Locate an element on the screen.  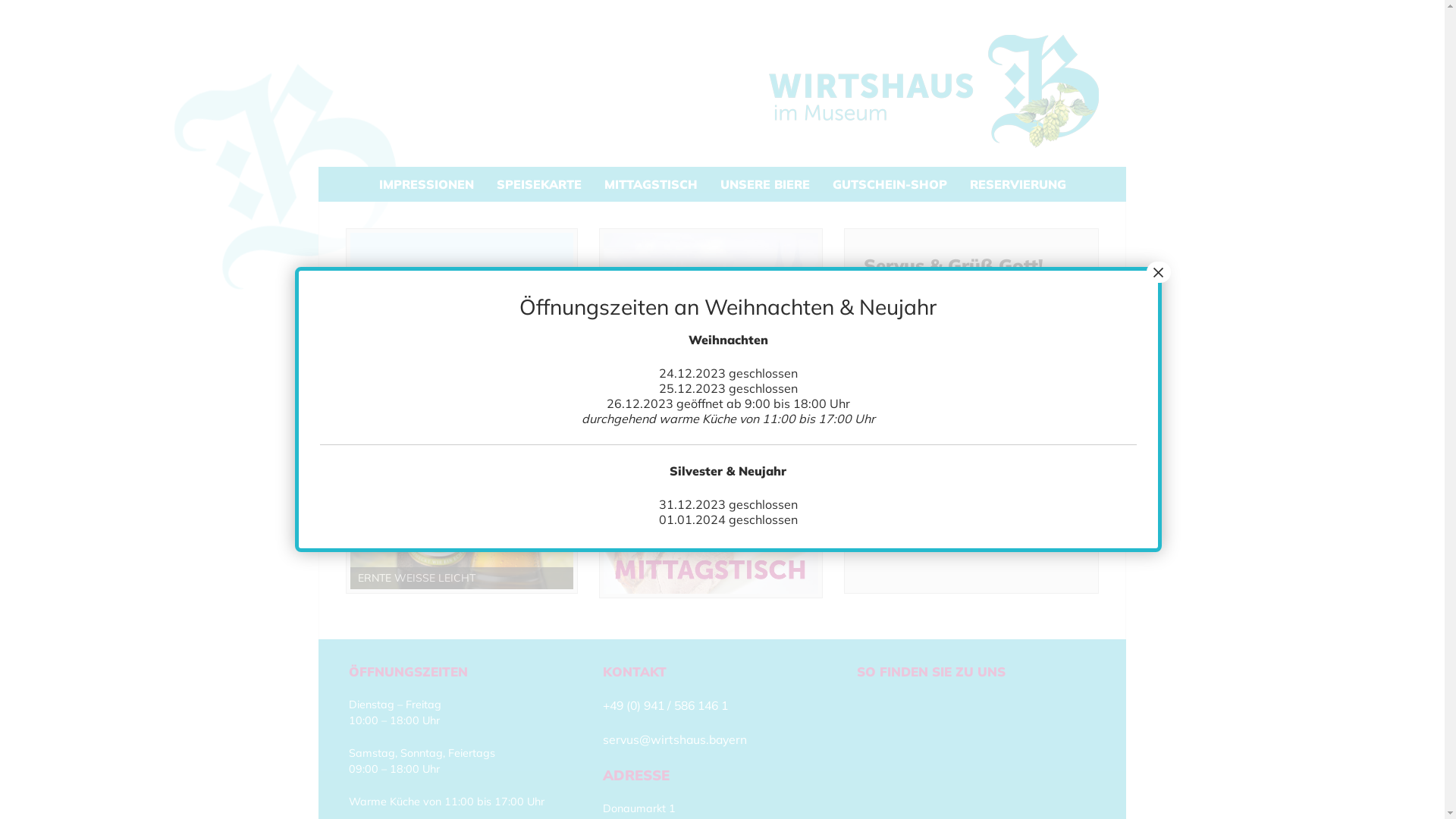
'servus@wirtshaus.bayern' is located at coordinates (673, 739).